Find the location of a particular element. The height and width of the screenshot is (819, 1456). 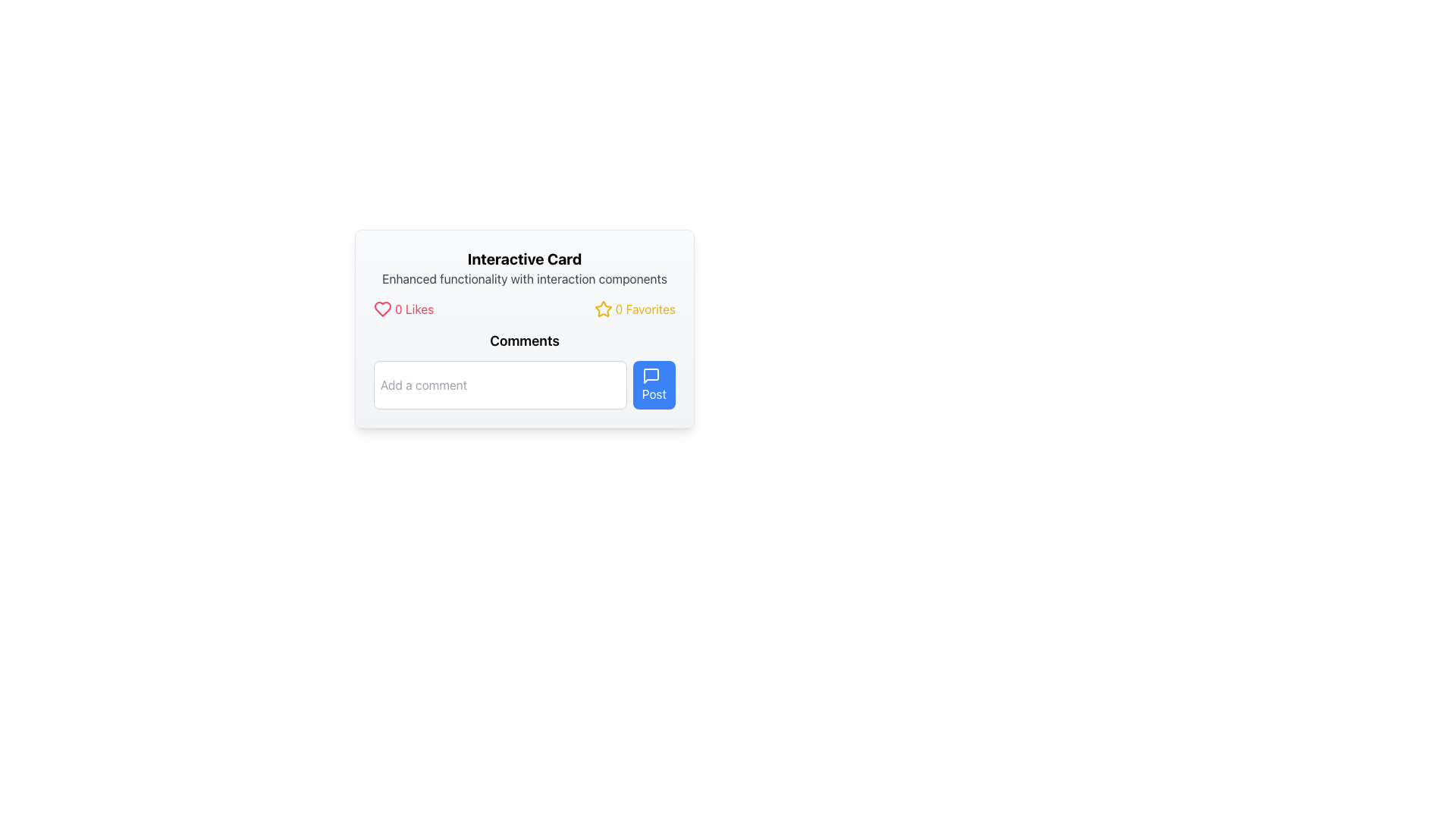

the comment icon embedded within the 'Post' button located at the bottom-right corner of the card layout is located at coordinates (651, 375).